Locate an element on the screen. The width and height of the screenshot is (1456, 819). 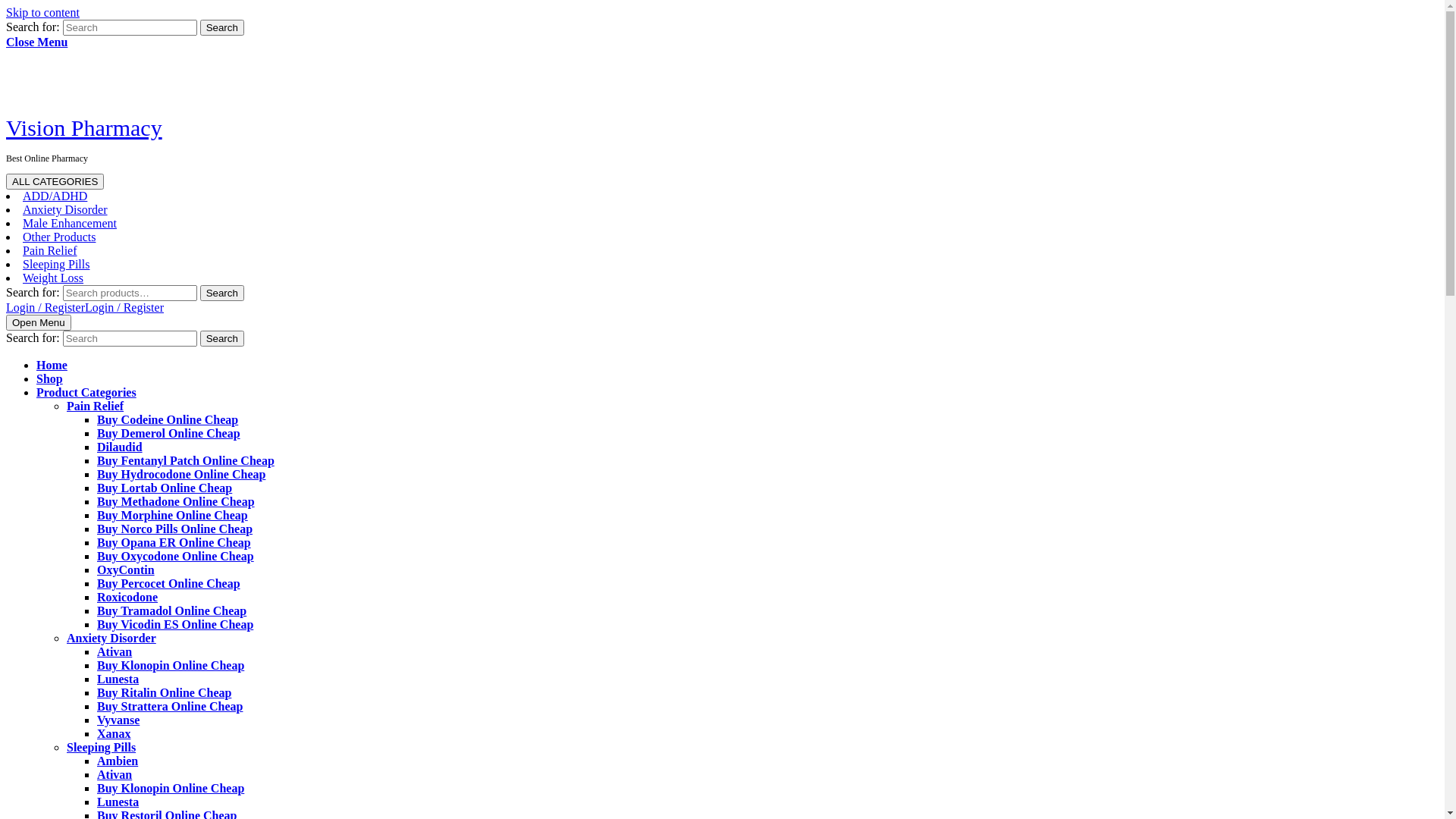
'Search' is located at coordinates (199, 337).